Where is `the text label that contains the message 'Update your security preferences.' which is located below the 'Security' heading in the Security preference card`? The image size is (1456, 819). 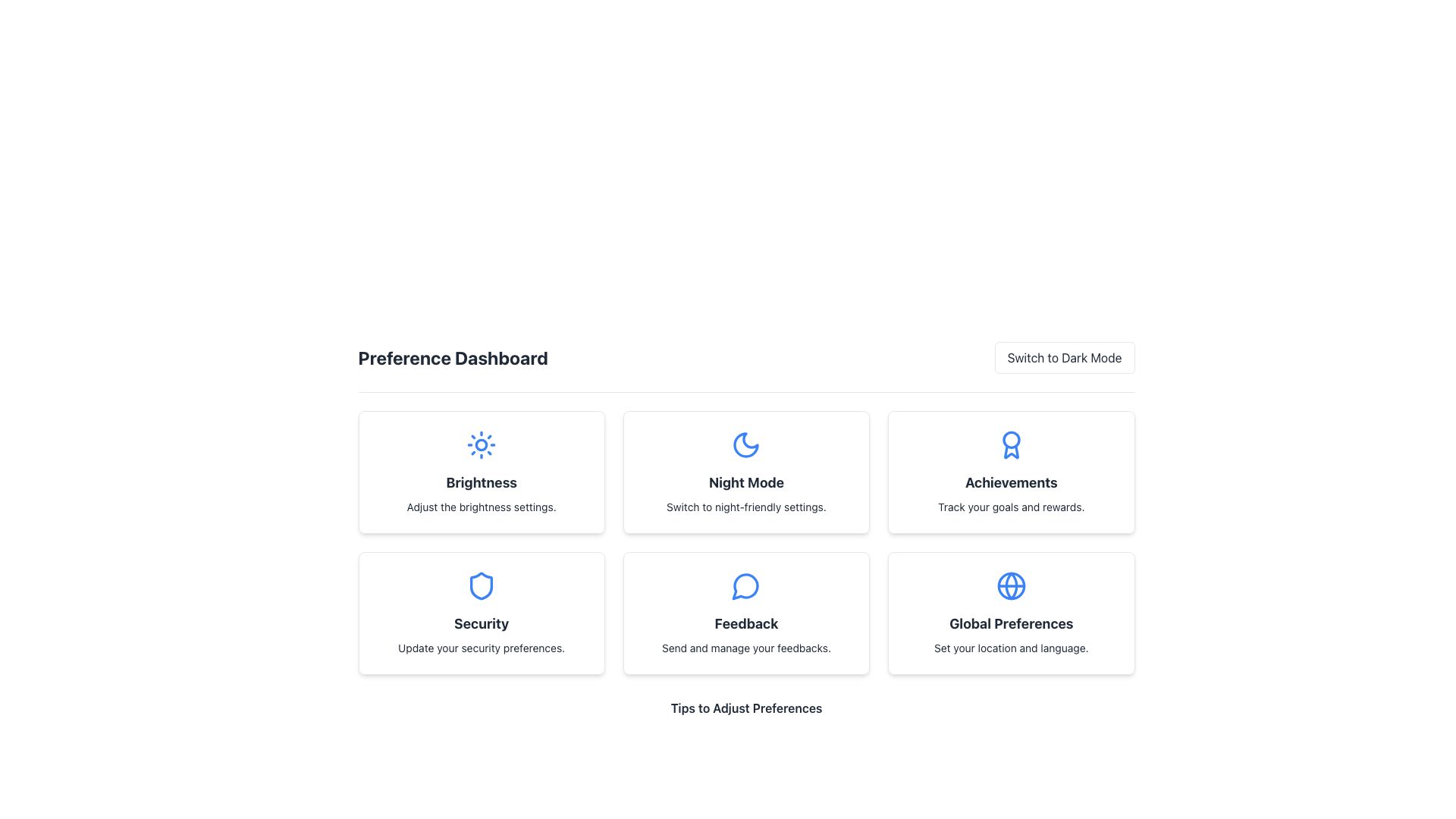 the text label that contains the message 'Update your security preferences.' which is located below the 'Security' heading in the Security preference card is located at coordinates (481, 648).